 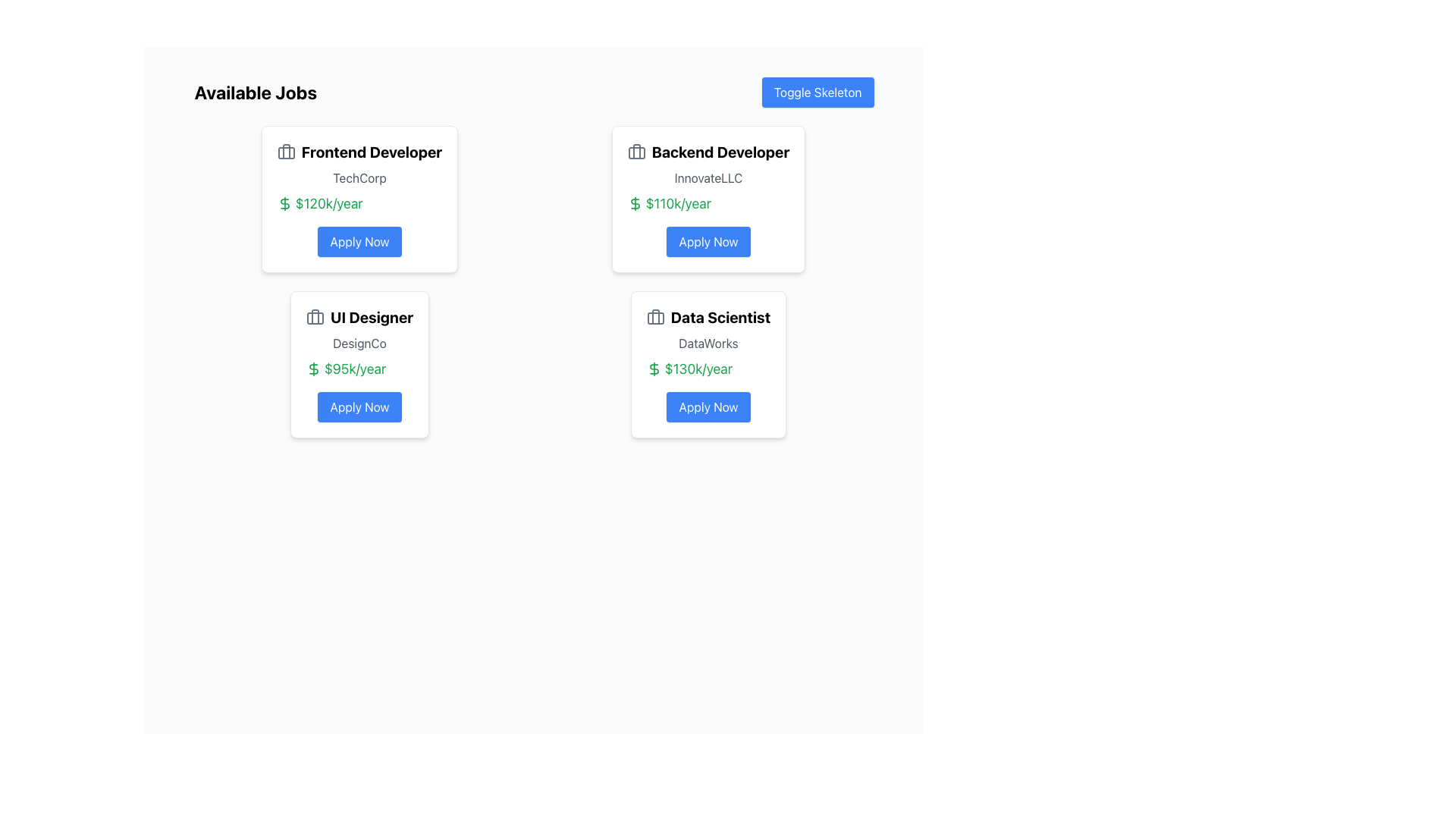 What do you see at coordinates (286, 152) in the screenshot?
I see `the decorative icon detail located in the upper-left corner of the job card for the 'Frontend Developer' role, which is nested inside a briefcase-shaped icon` at bounding box center [286, 152].